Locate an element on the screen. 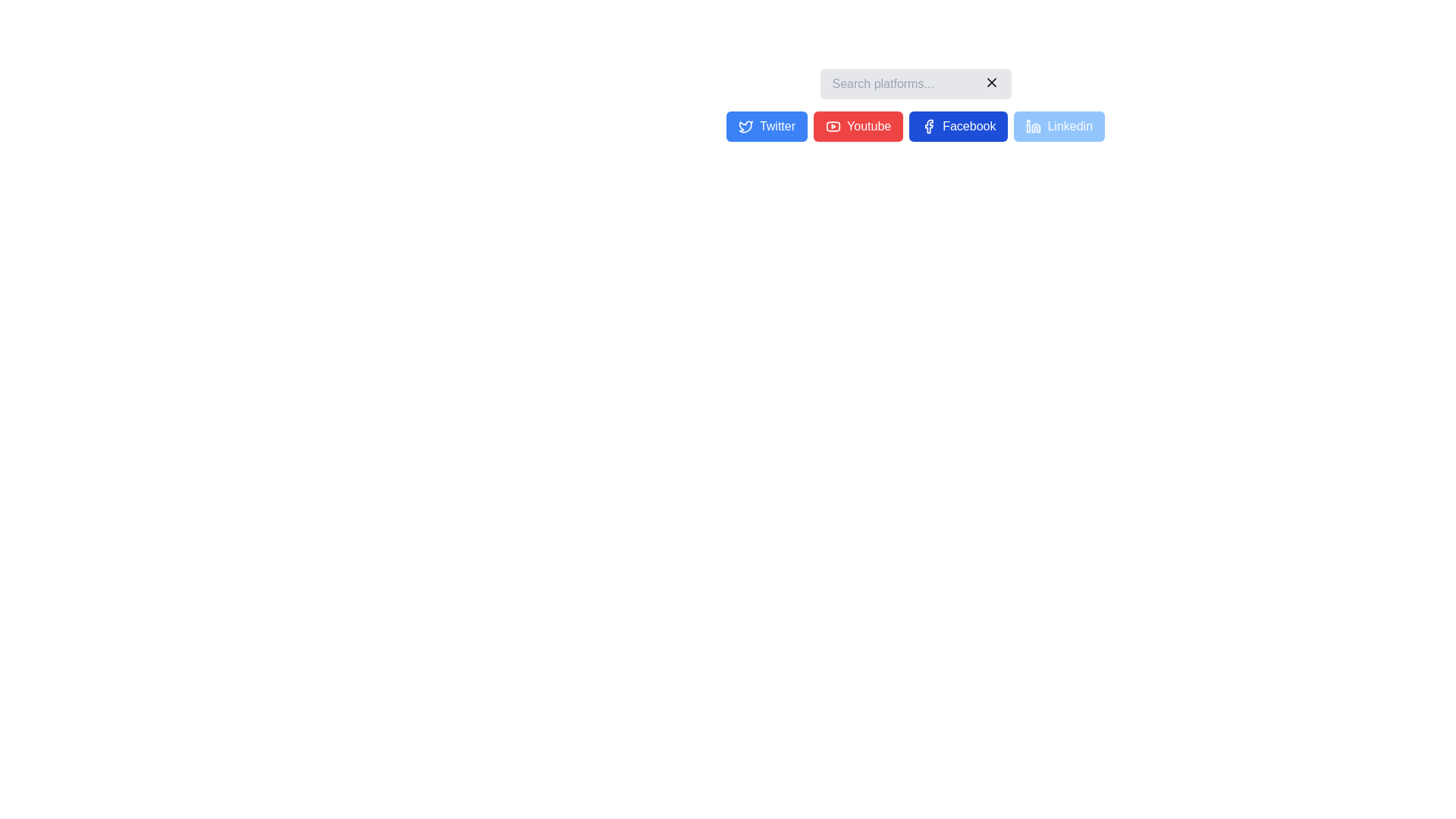  the button in the social media button group located below the search input field with the placeholder 'Search platforms...' is located at coordinates (915, 125).